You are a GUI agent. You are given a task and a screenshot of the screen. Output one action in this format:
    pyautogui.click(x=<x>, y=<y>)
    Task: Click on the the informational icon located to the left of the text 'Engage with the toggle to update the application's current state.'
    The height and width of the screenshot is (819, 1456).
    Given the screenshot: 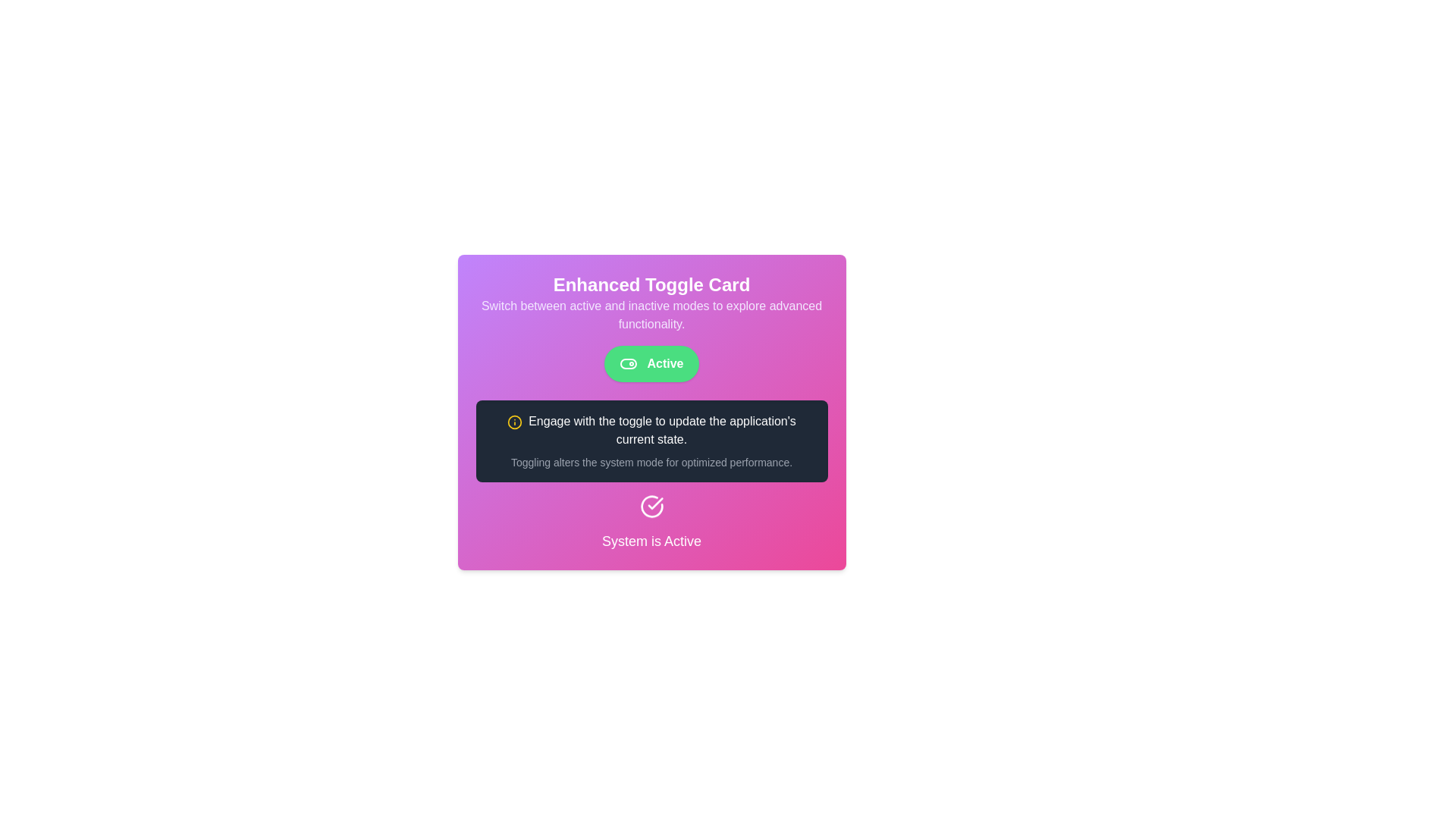 What is the action you would take?
    pyautogui.click(x=515, y=422)
    